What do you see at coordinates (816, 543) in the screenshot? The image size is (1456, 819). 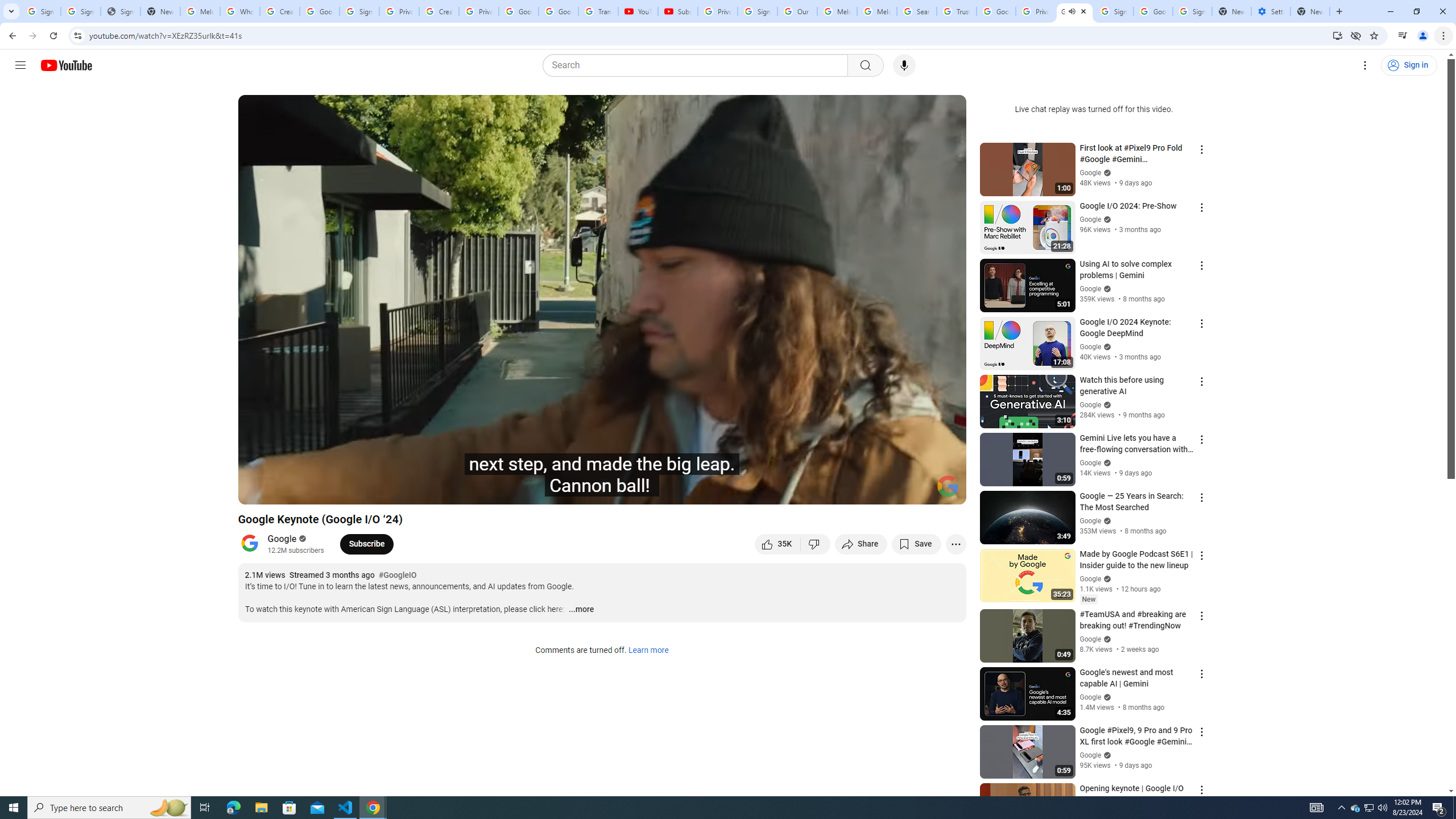 I see `'Dislike this video'` at bounding box center [816, 543].